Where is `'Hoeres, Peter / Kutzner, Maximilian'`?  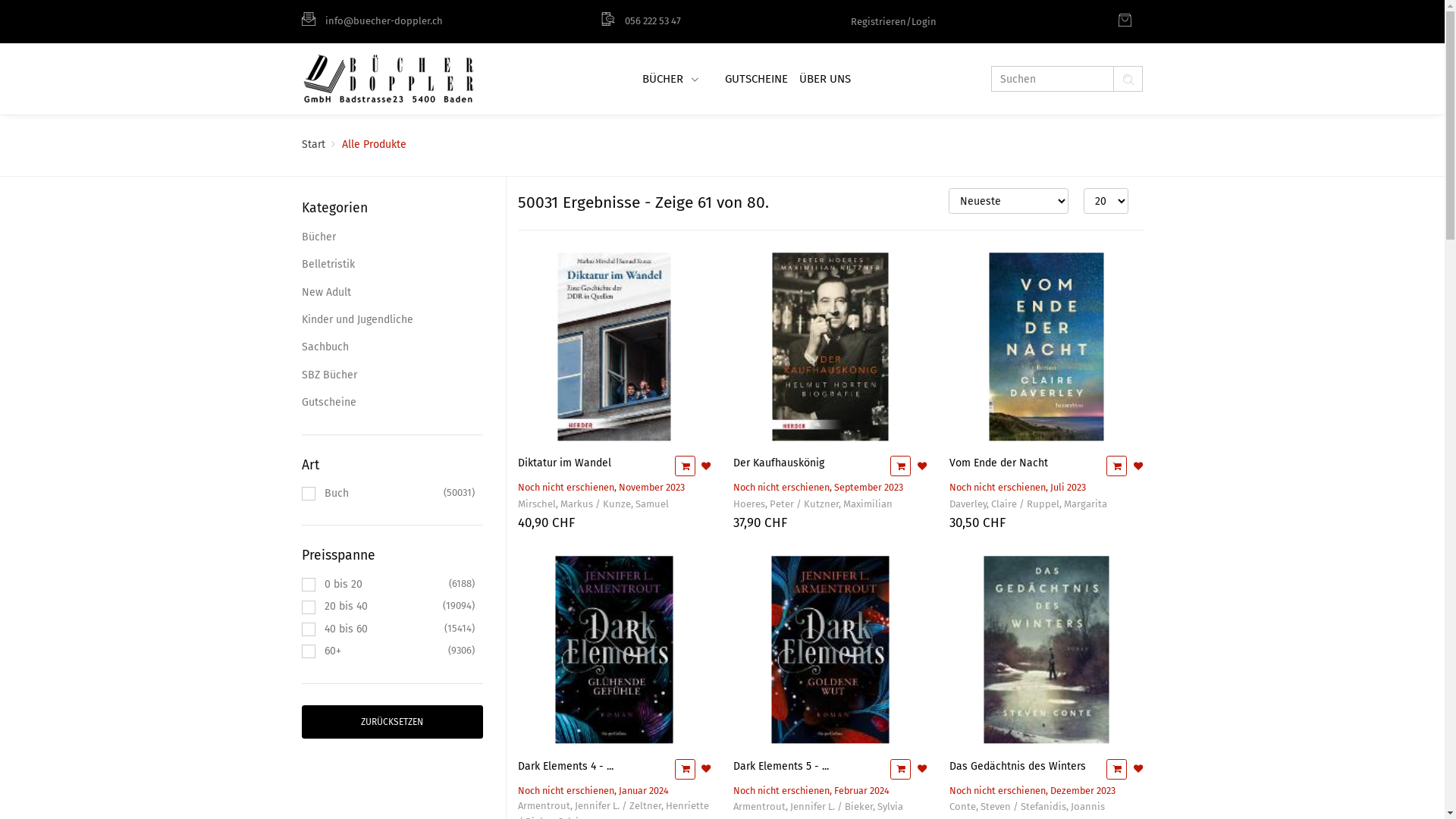
'Hoeres, Peter / Kutzner, Maximilian' is located at coordinates (811, 504).